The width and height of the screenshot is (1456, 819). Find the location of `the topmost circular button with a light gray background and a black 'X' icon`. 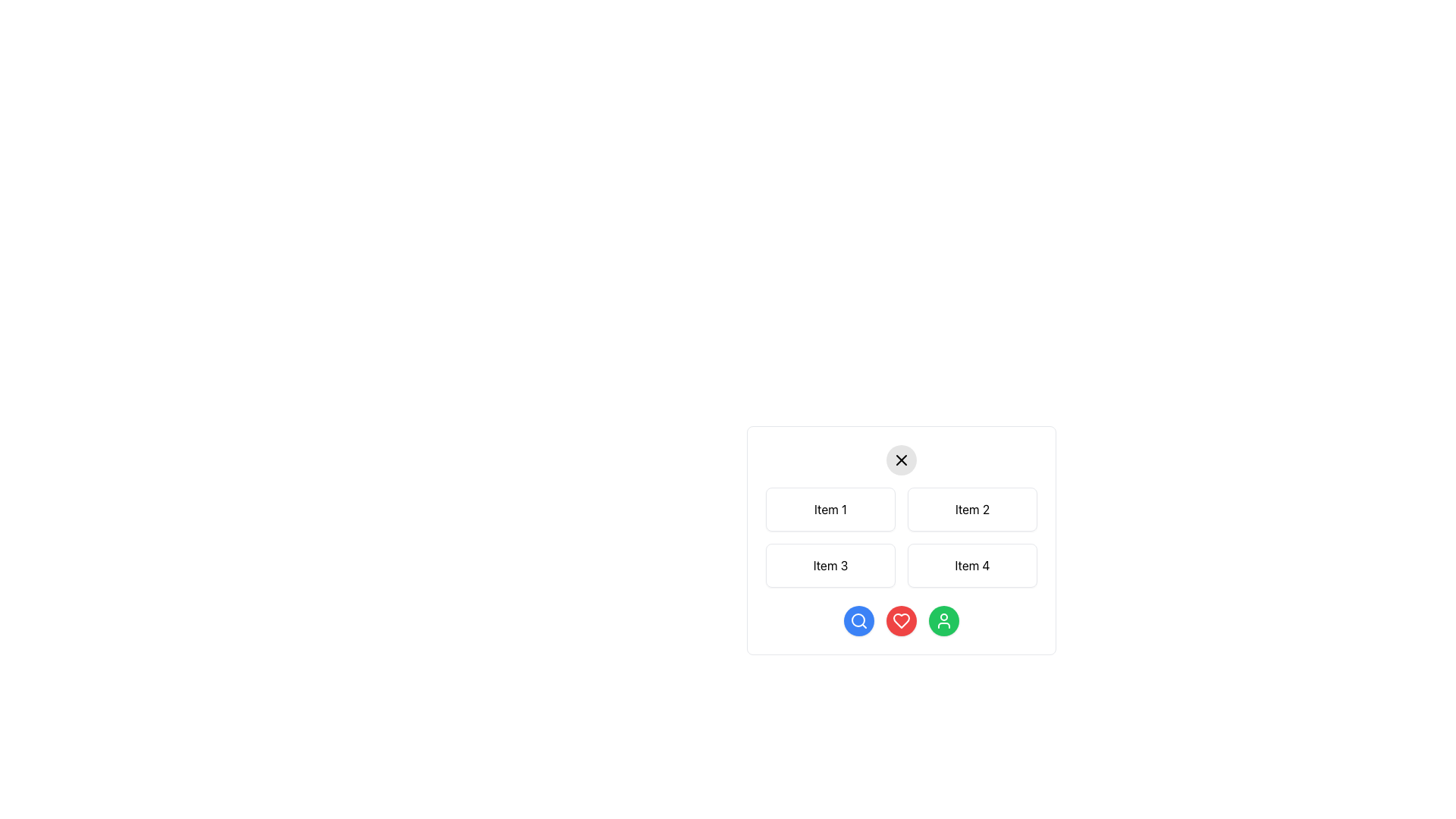

the topmost circular button with a light gray background and a black 'X' icon is located at coordinates (902, 459).